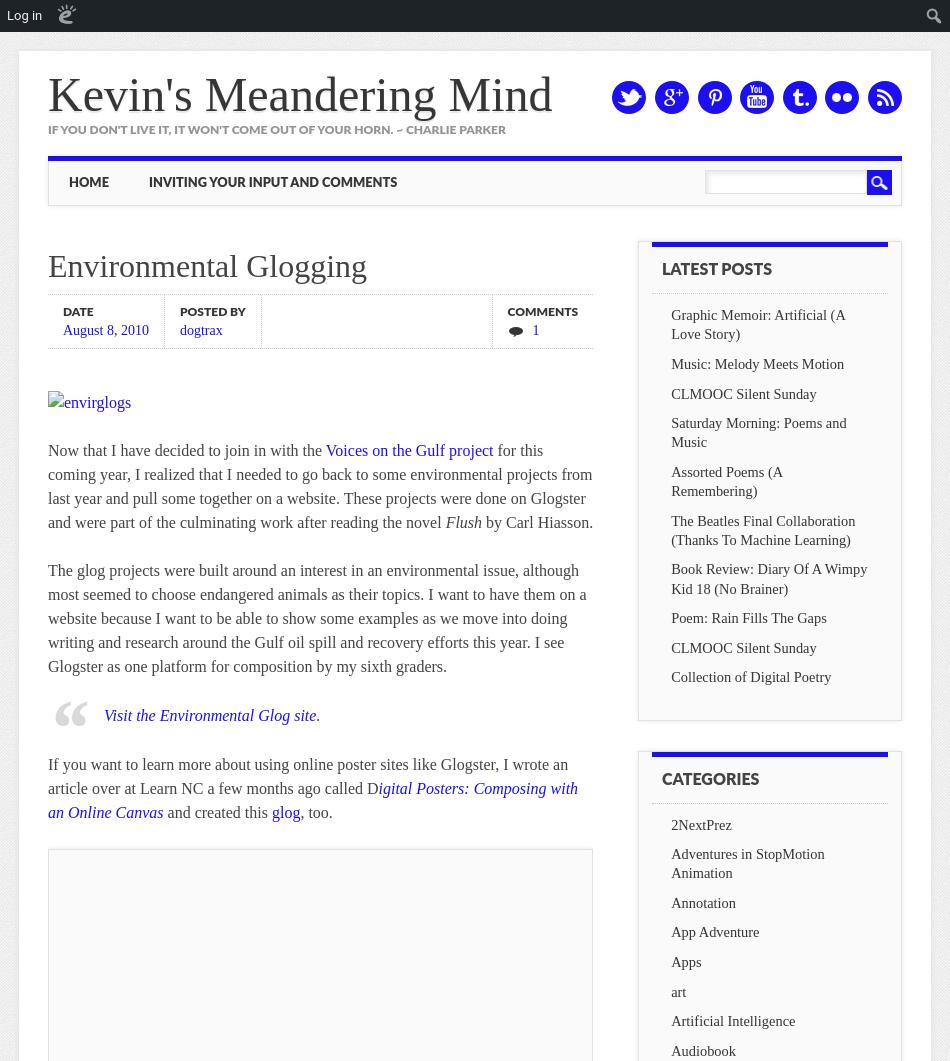  Describe the element at coordinates (299, 94) in the screenshot. I see `'Kevin's Meandering Mind'` at that location.